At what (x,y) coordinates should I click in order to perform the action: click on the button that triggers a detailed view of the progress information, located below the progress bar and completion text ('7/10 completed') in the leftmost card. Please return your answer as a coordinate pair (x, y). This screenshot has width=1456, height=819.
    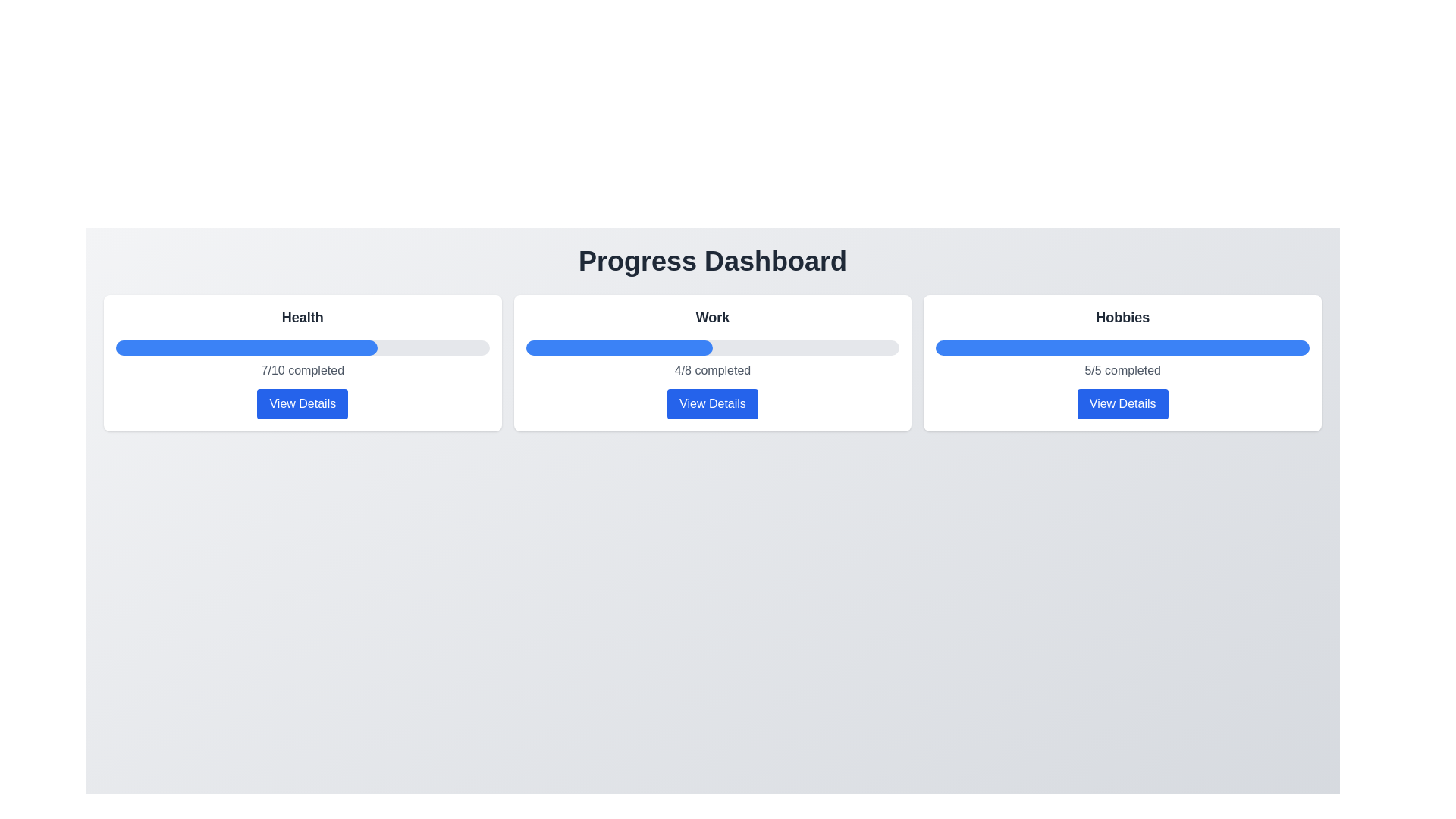
    Looking at the image, I should click on (303, 403).